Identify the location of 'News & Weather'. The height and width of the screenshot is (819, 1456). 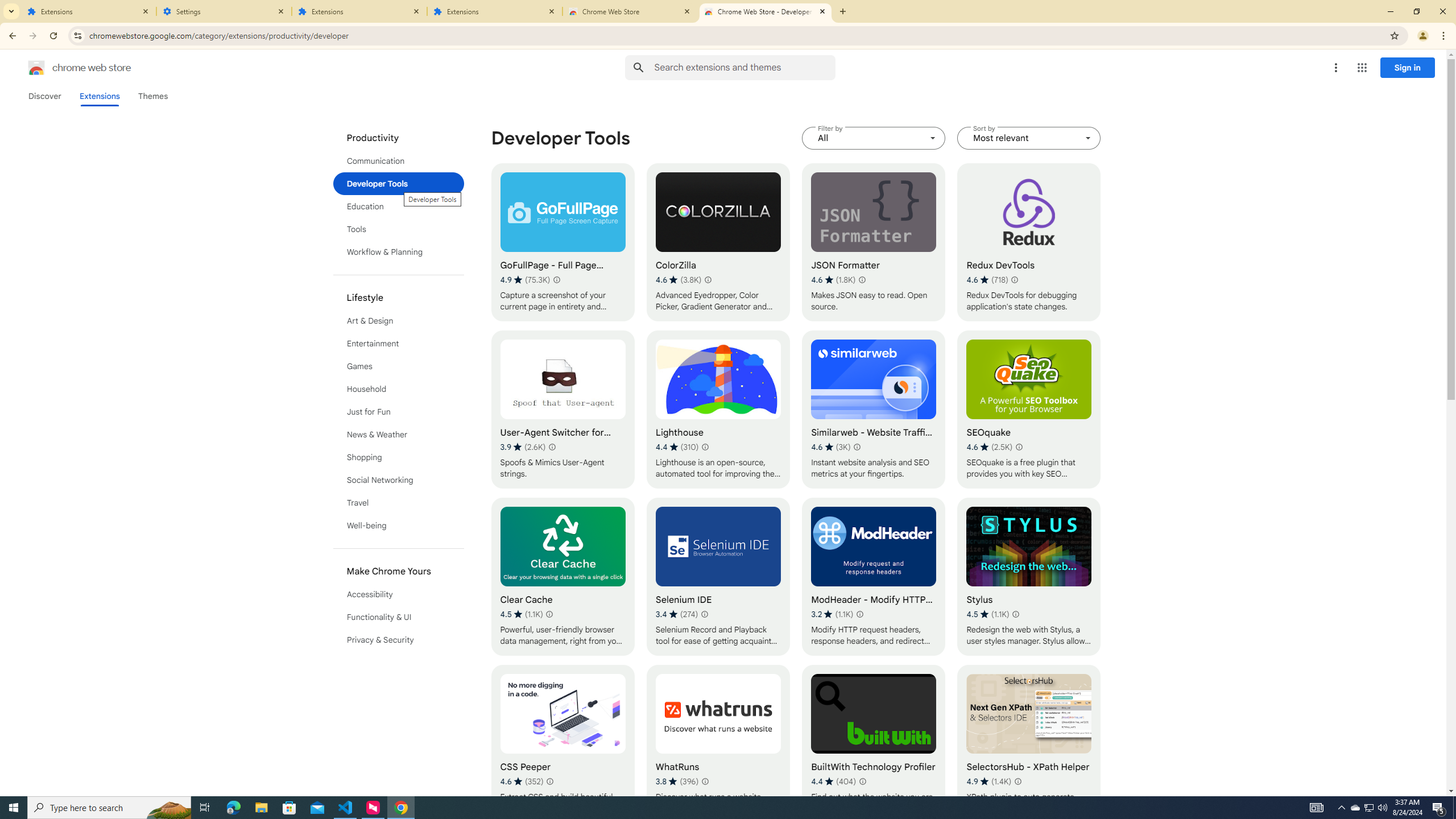
(399, 433).